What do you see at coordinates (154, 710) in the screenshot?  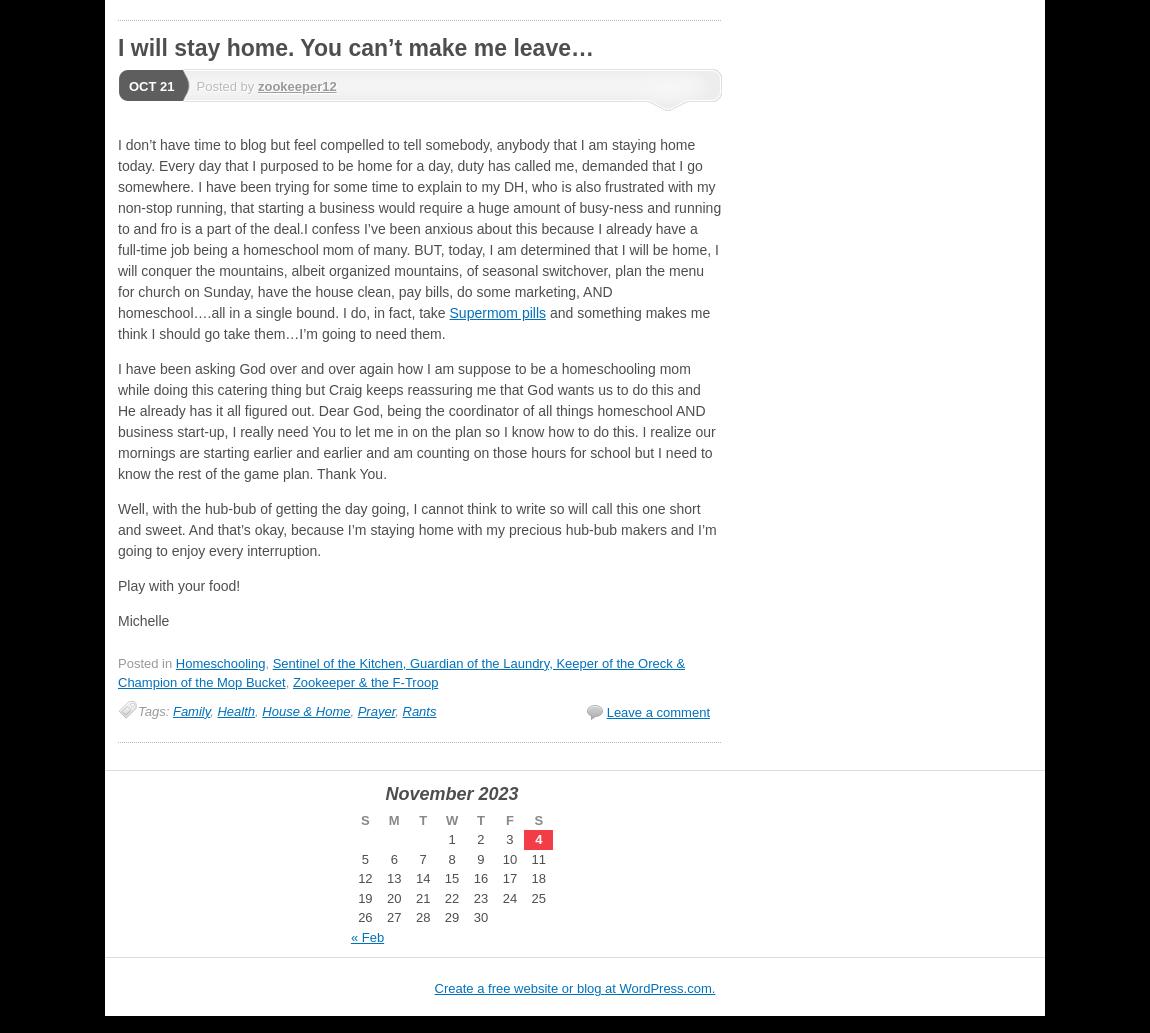 I see `'Tags:'` at bounding box center [154, 710].